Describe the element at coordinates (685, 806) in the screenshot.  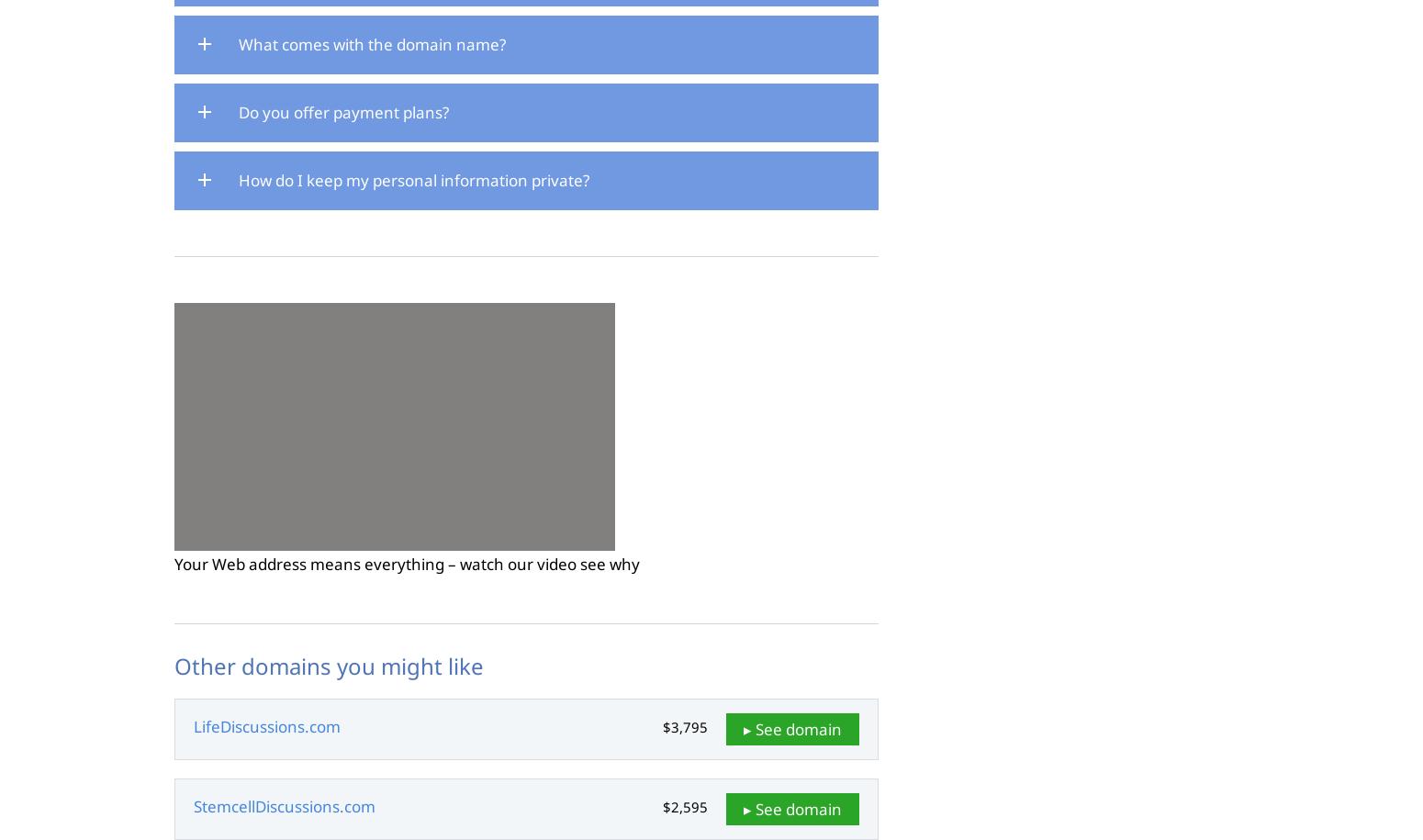
I see `'$2,595'` at that location.